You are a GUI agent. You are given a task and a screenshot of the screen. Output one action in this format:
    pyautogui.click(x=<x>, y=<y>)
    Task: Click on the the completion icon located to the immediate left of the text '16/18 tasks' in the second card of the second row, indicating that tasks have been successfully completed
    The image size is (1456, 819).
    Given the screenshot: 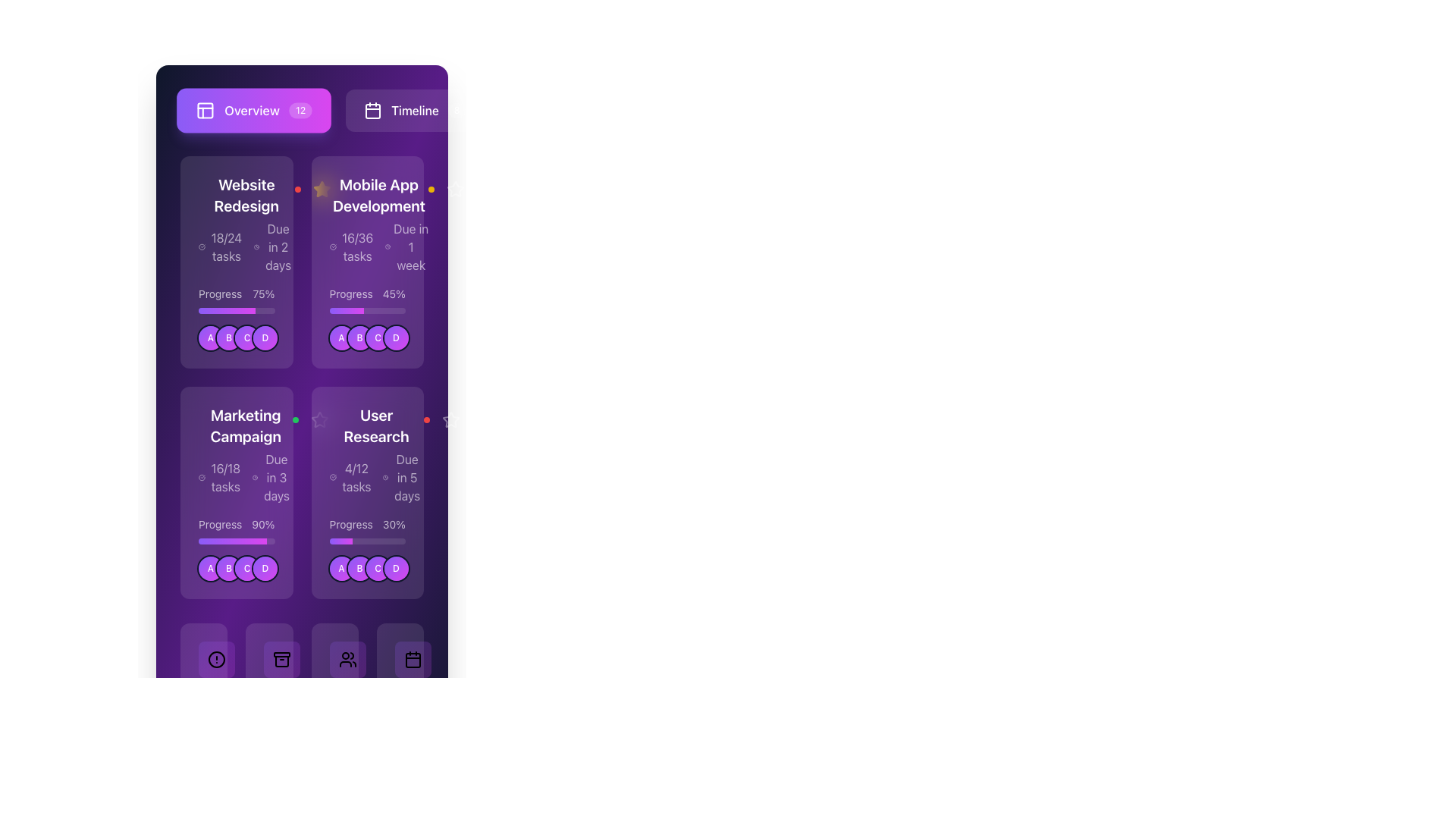 What is the action you would take?
    pyautogui.click(x=201, y=476)
    